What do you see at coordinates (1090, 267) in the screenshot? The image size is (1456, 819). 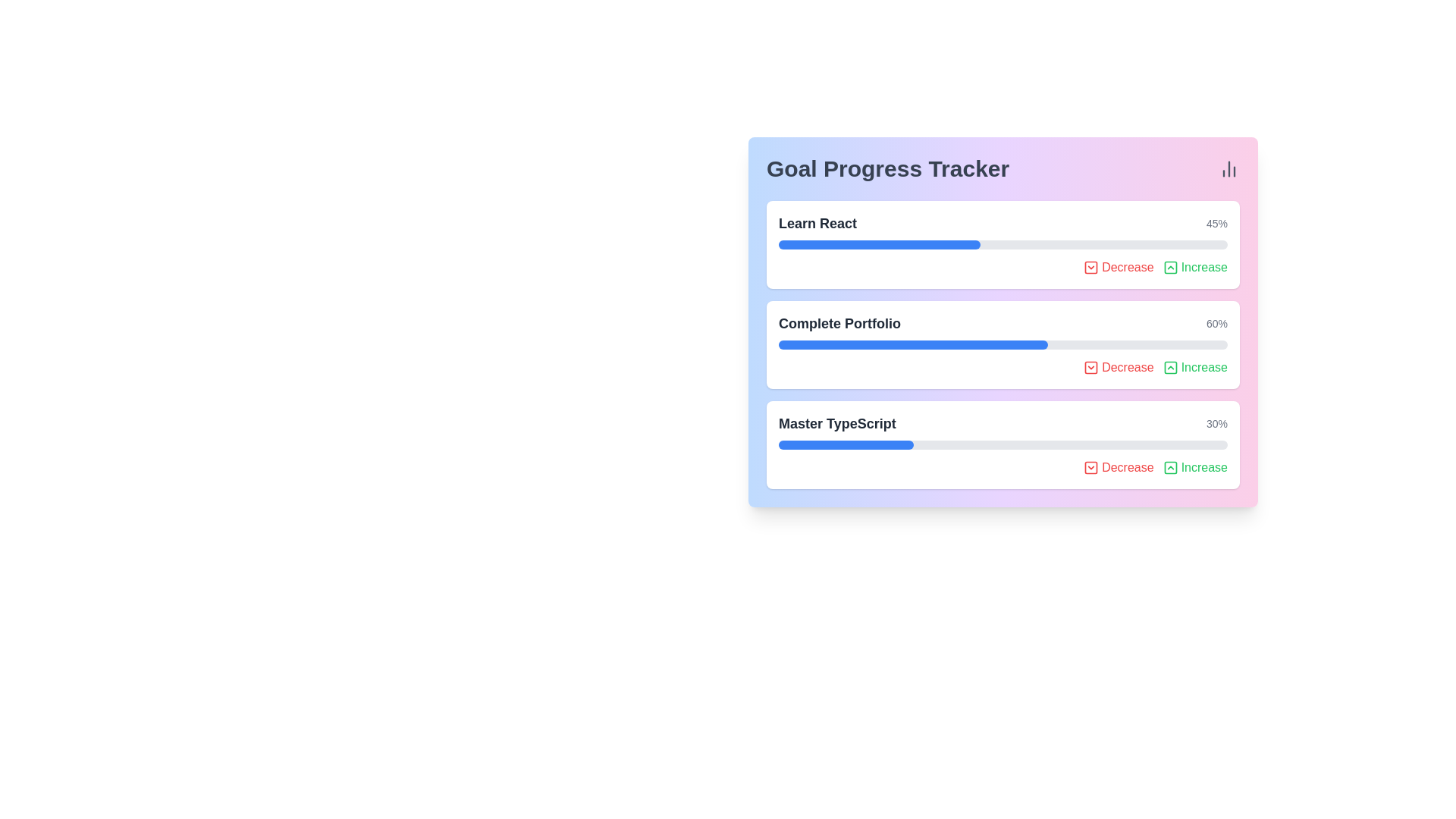 I see `the decorative graphic element within the SVG that serves as a background for the icon components, positioned slightly offset to the left and centered vertically` at bounding box center [1090, 267].